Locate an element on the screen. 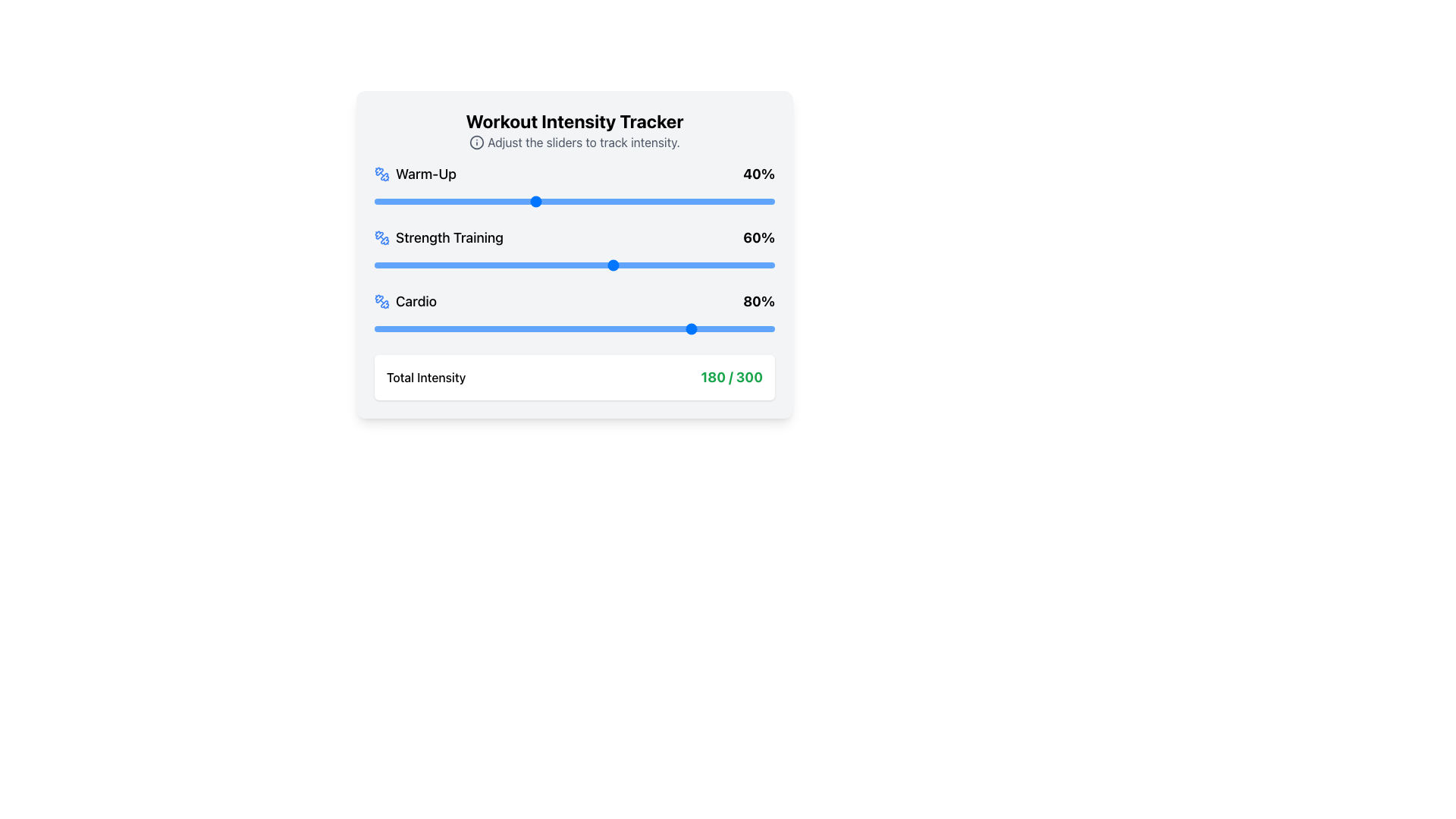 This screenshot has width=1456, height=819. the bold green text displaying the fraction '180 / 300' located in the bottom right corner of the 'Total Intensity' section is located at coordinates (732, 376).